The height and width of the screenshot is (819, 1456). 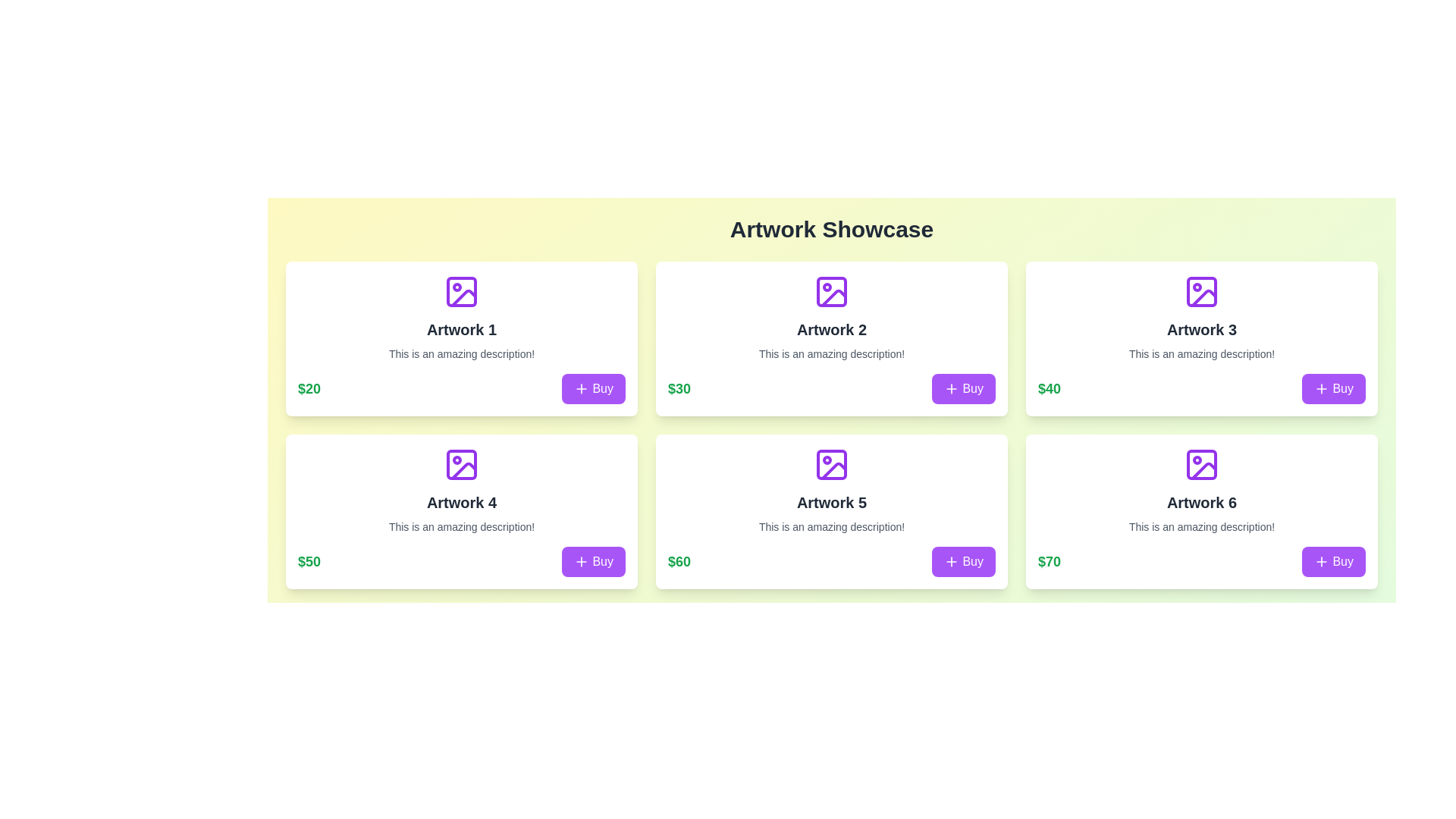 I want to click on the price displayed as '$40' in green text next to the purple 'Buy' button with a '+' icon, located within the 'Artwork 3' card, so click(x=1200, y=388).